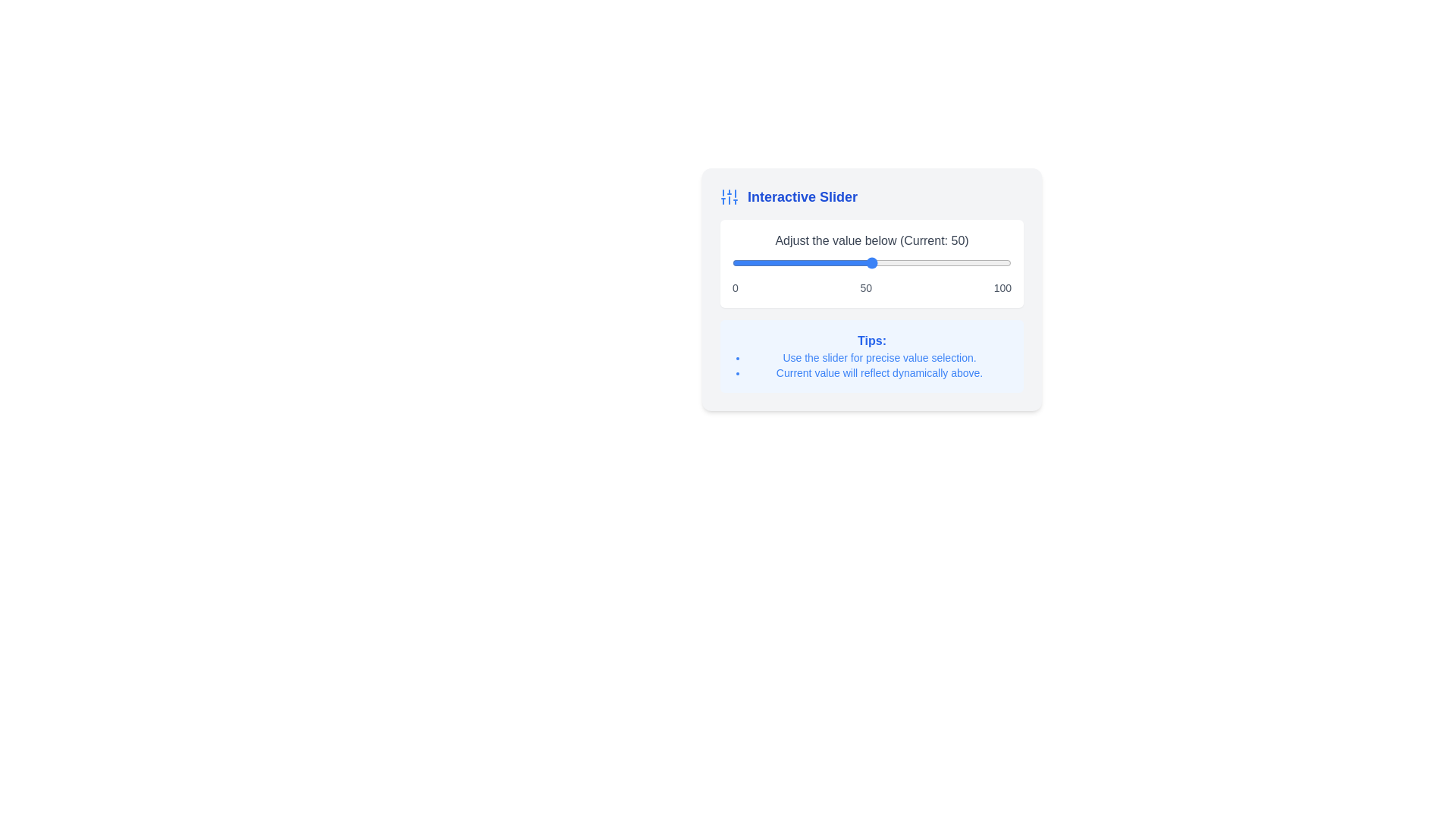 This screenshot has height=819, width=1456. I want to click on the slider value, so click(897, 262).